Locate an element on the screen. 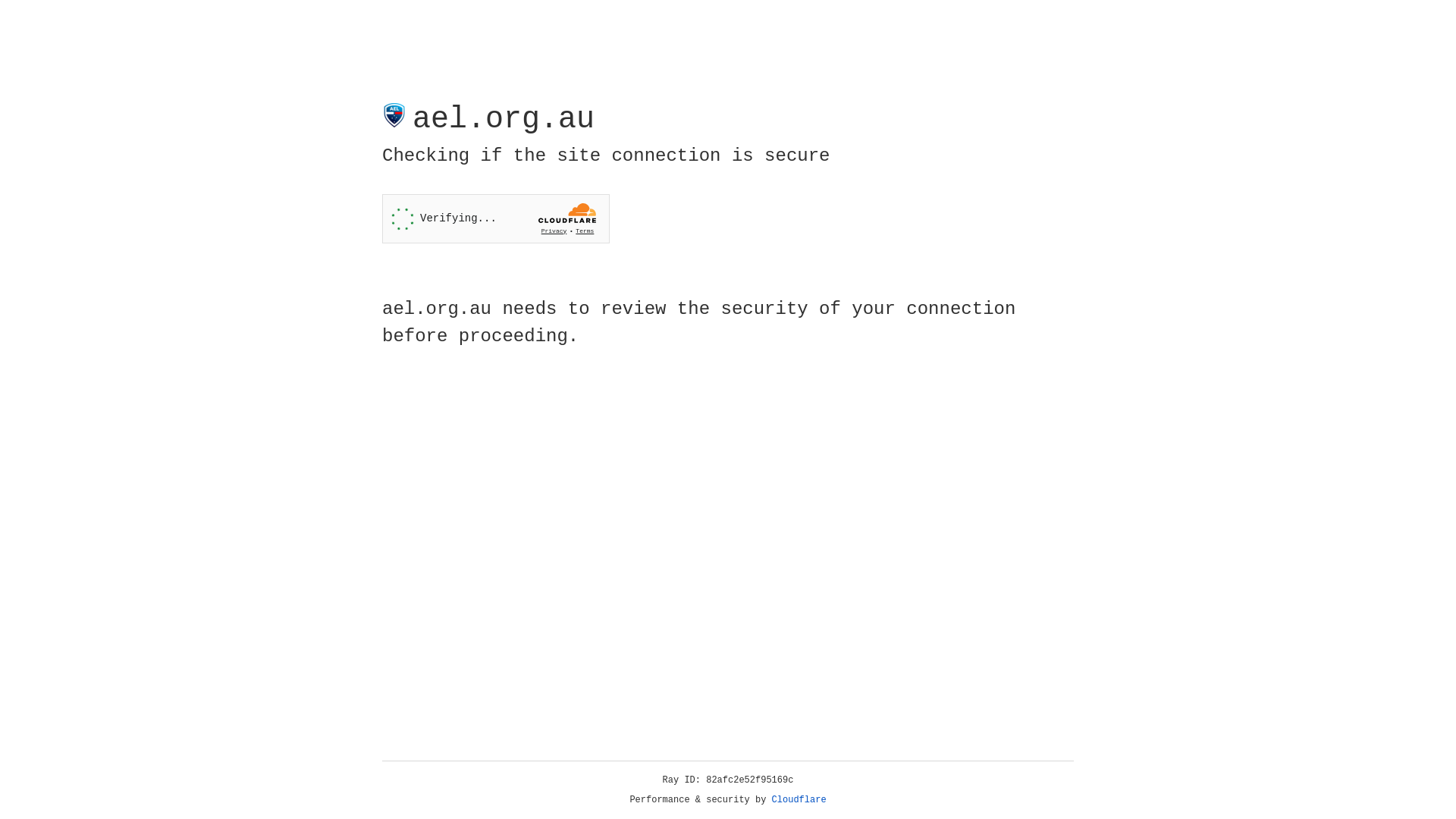 This screenshot has width=1456, height=819. 'Widget containing a Cloudflare security challenge' is located at coordinates (495, 218).